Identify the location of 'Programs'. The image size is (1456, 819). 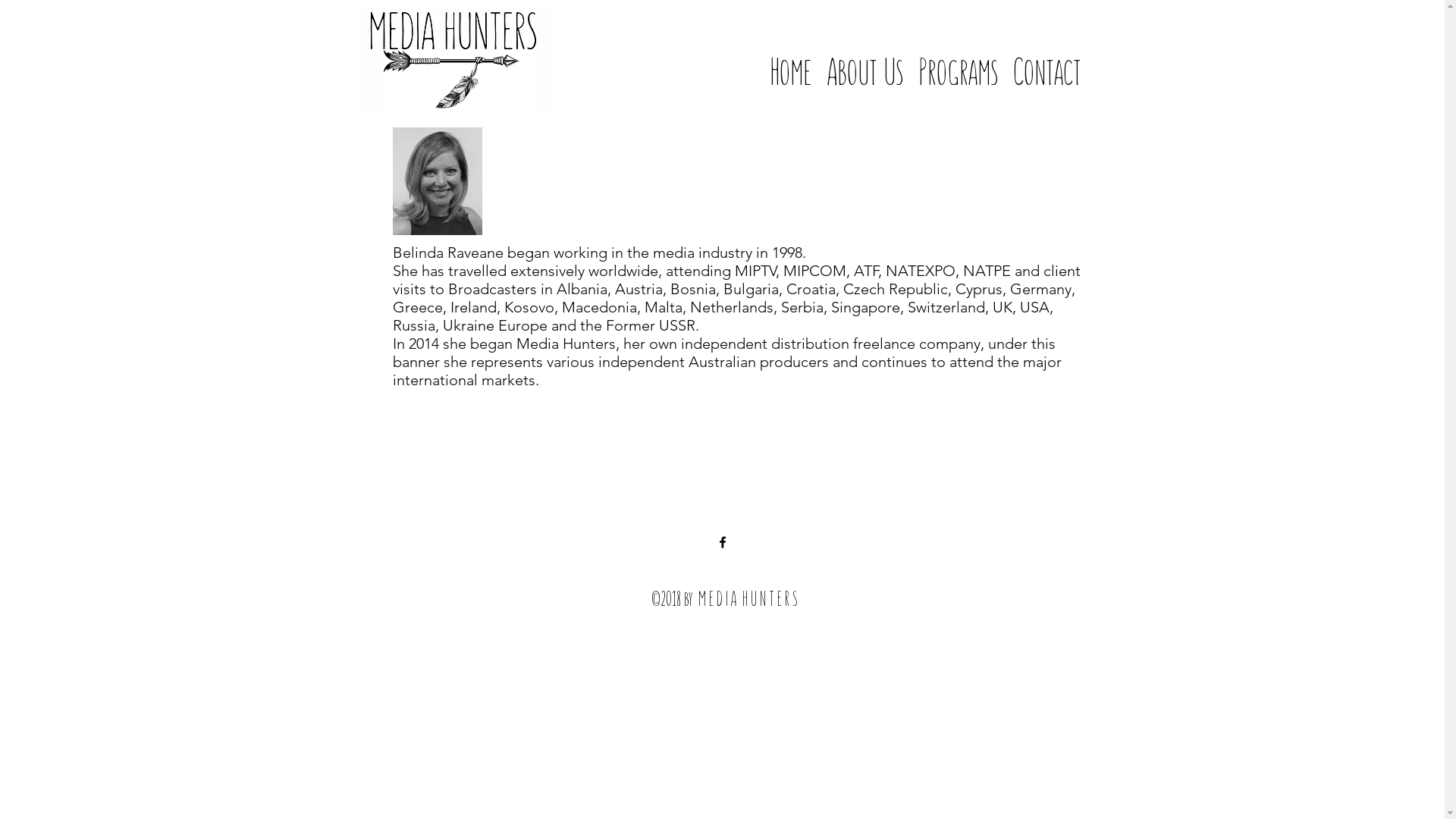
(956, 55).